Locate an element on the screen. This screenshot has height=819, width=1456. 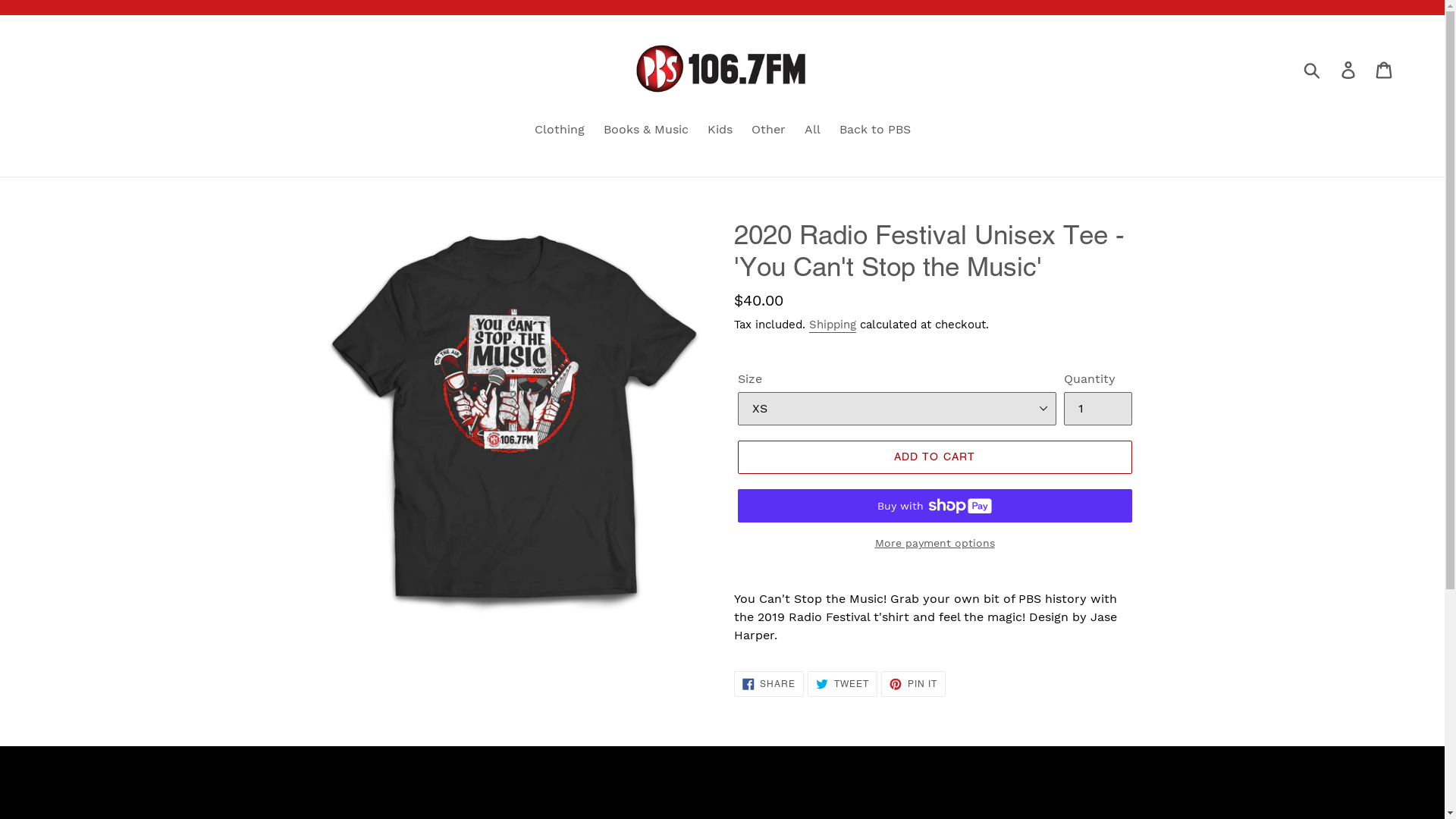
'Back to PBS' is located at coordinates (874, 130).